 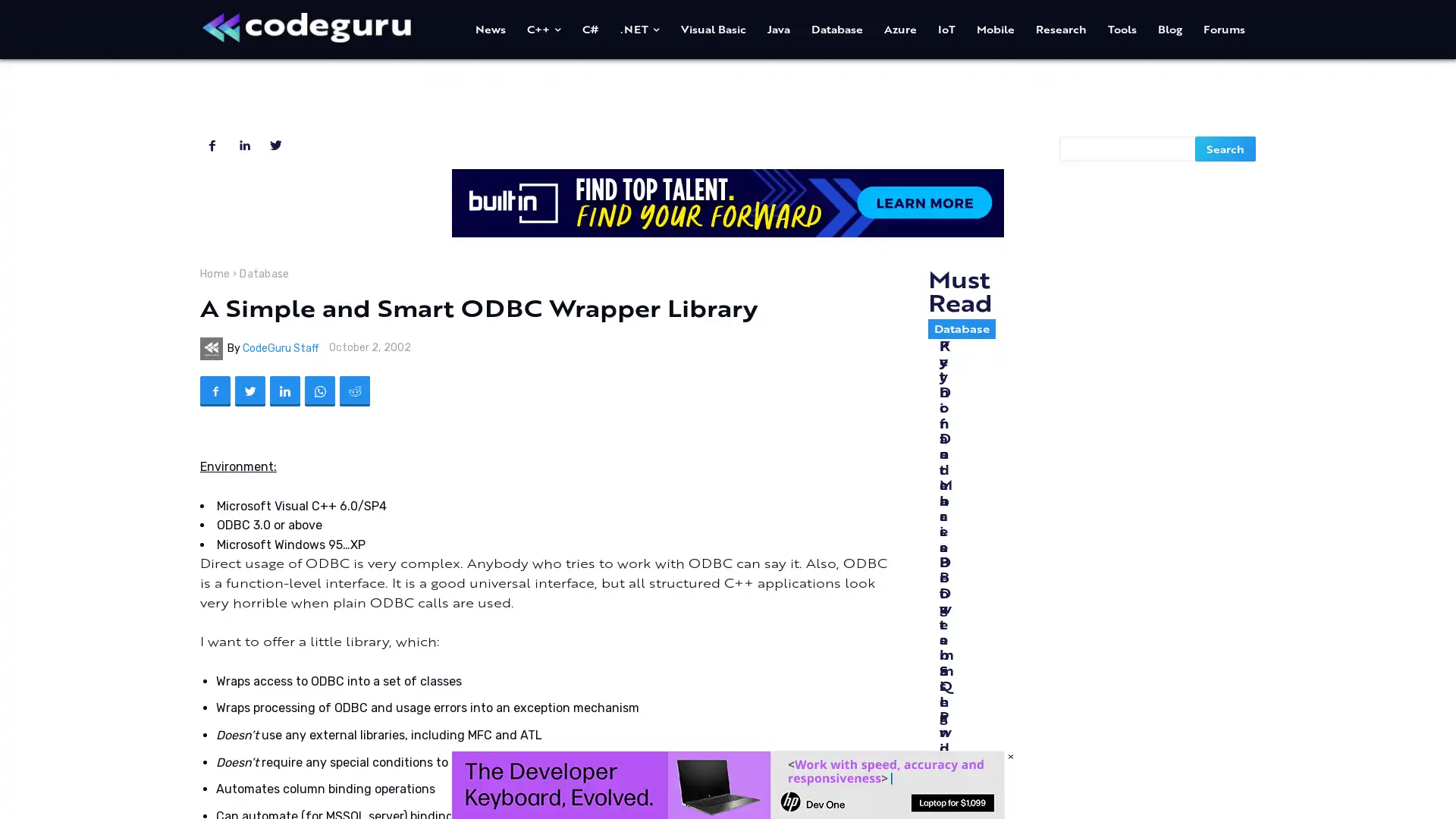 What do you see at coordinates (1225, 148) in the screenshot?
I see `Search` at bounding box center [1225, 148].